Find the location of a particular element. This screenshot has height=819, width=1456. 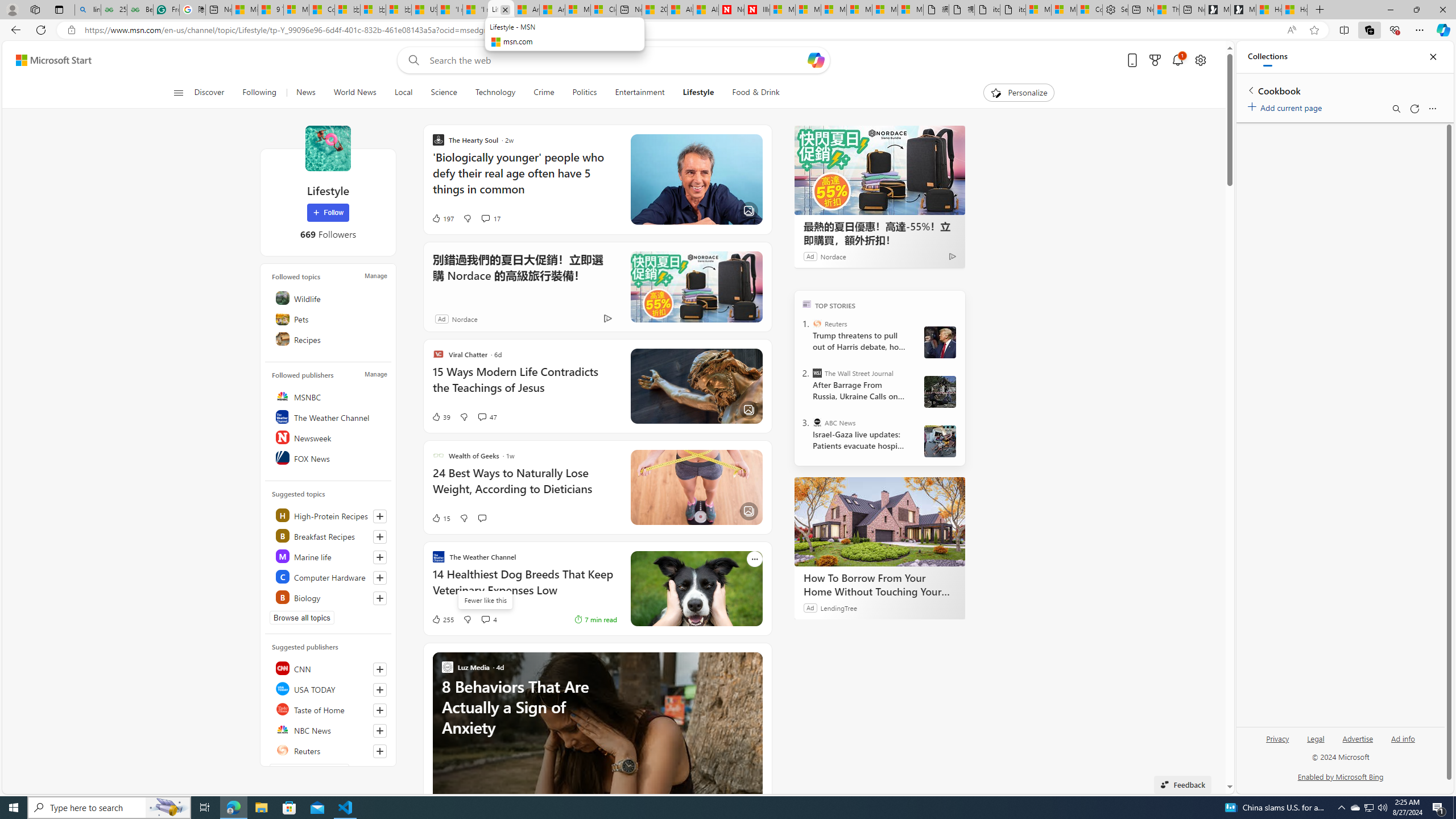

'Discover' is located at coordinates (213, 92).